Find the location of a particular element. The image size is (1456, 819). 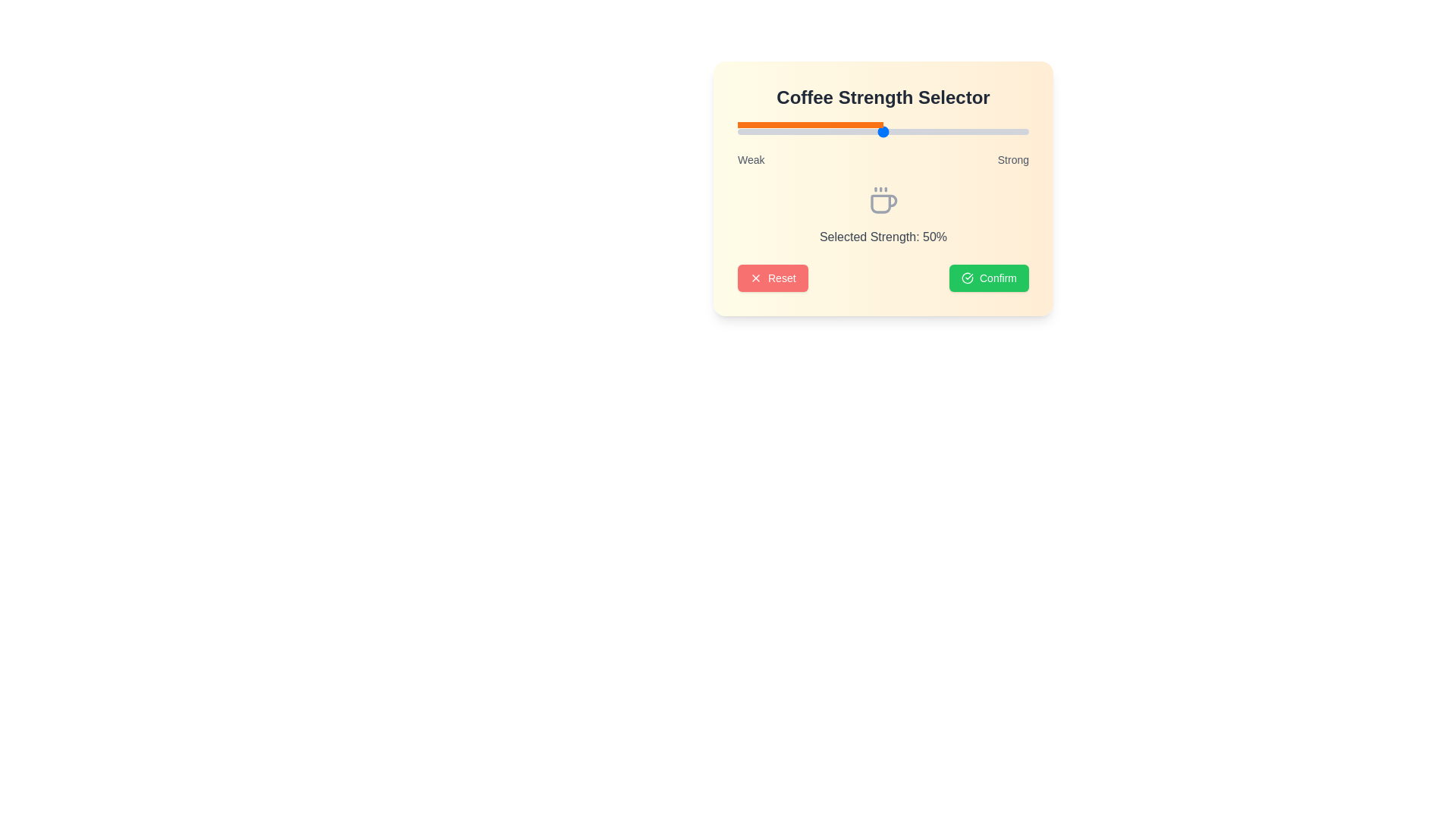

the coffee strength is located at coordinates (1020, 130).